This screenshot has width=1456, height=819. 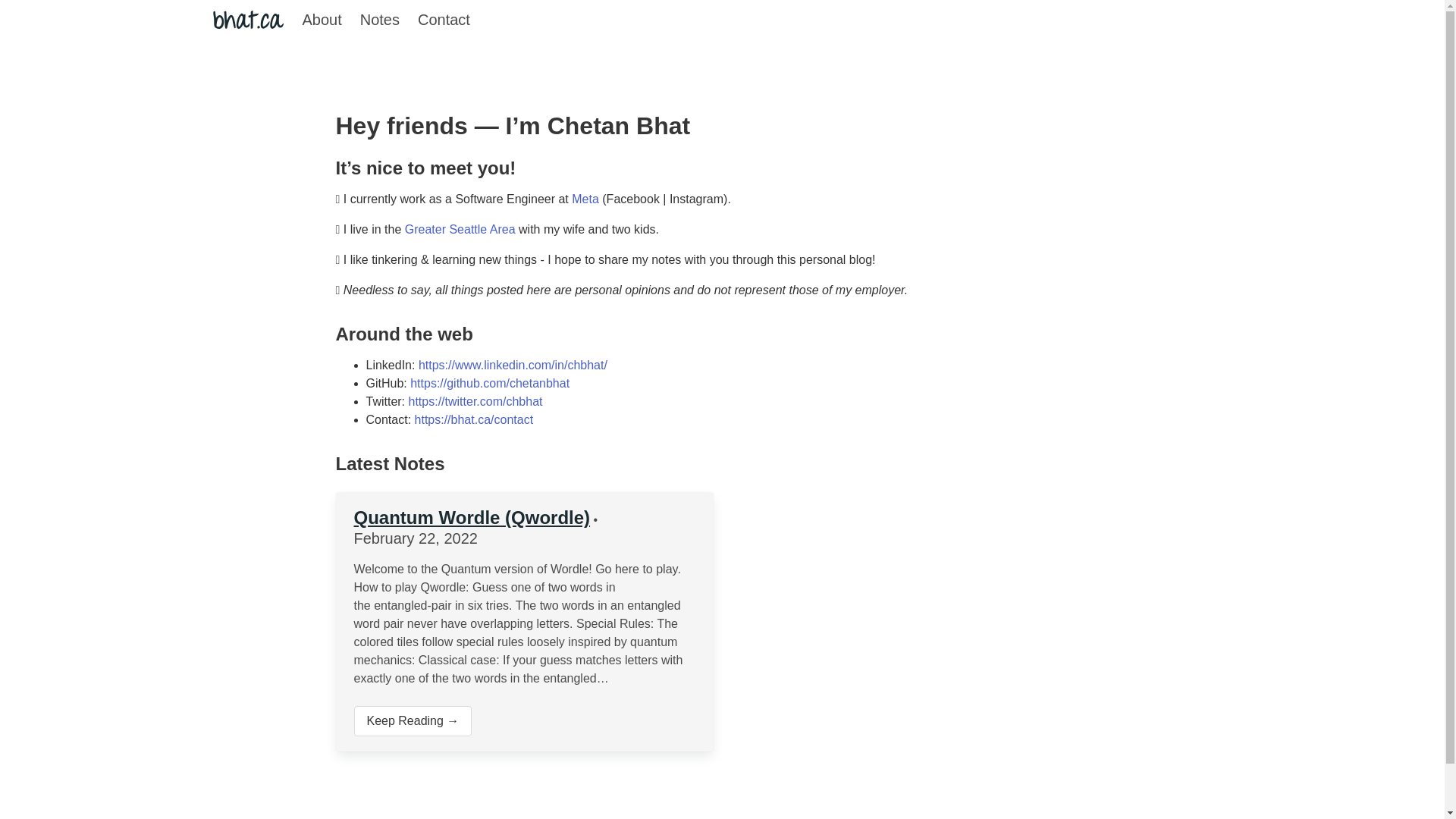 I want to click on 'https://github.com/chetanbhat', so click(x=490, y=382).